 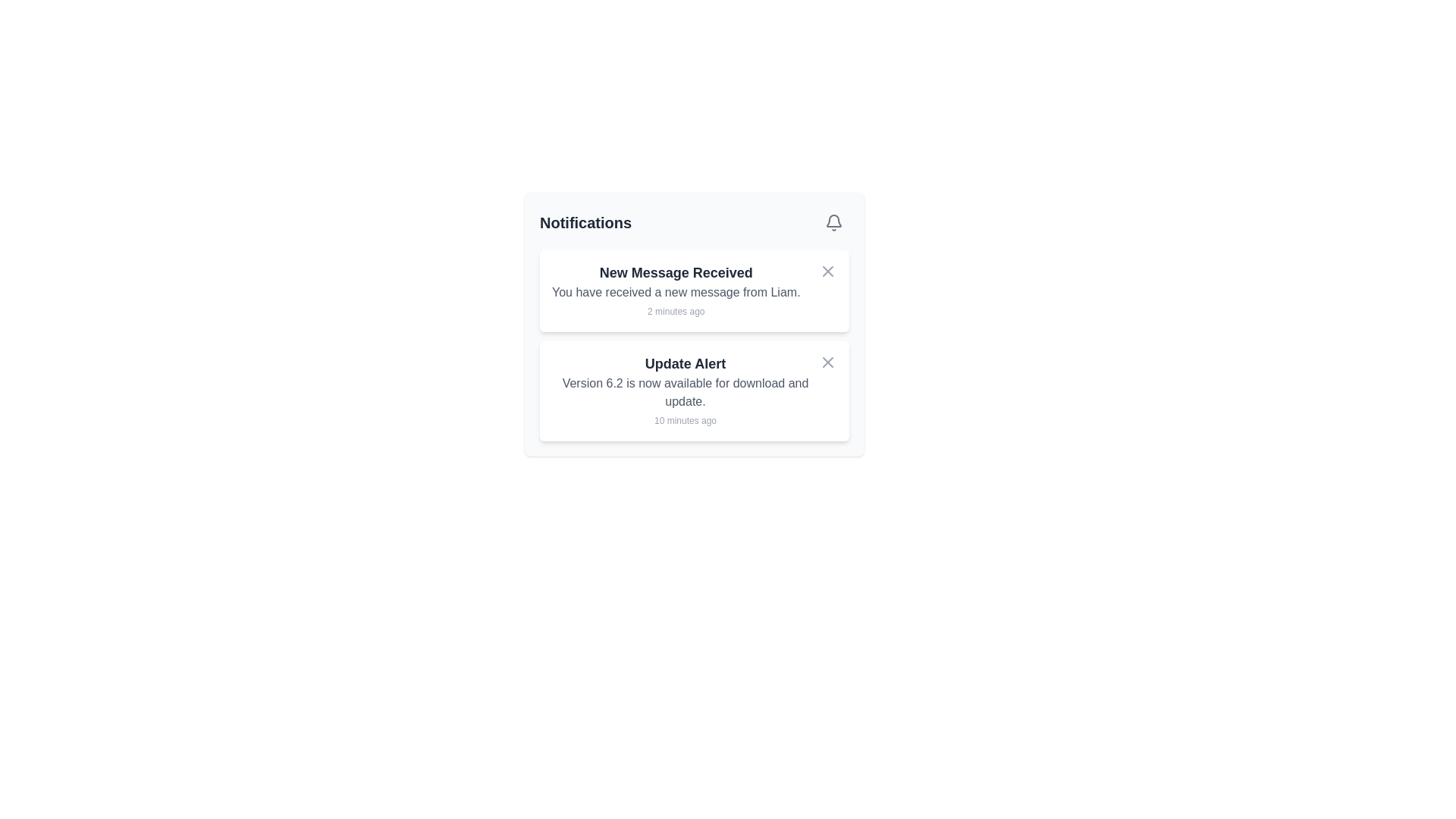 What do you see at coordinates (684, 363) in the screenshot?
I see `text of the bold heading labeled 'Update Alert', which is prominently displayed in dark gray within the notification card` at bounding box center [684, 363].